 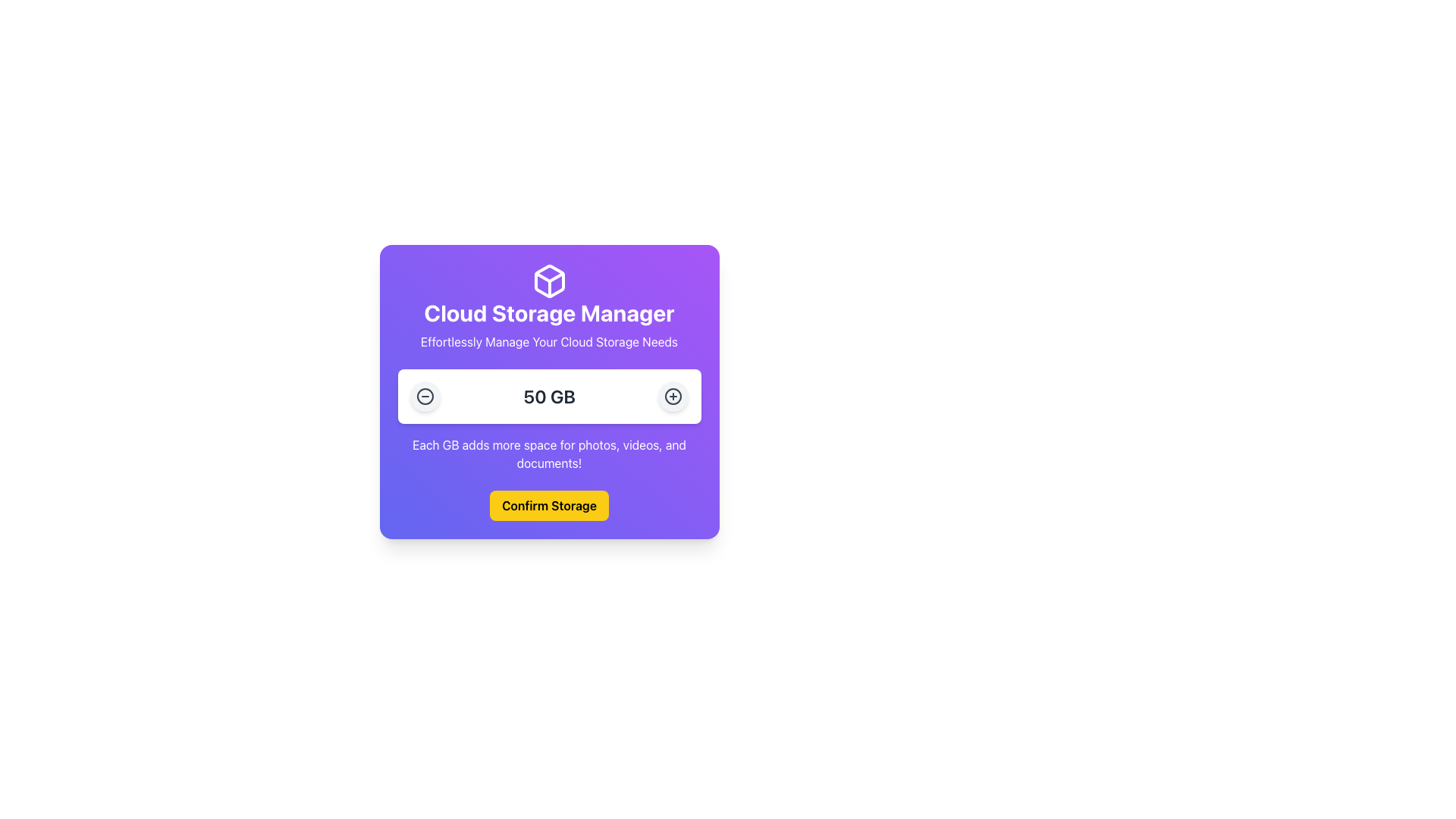 What do you see at coordinates (548, 506) in the screenshot?
I see `the 'Confirm Storage' button, which is centrally positioned at the bottom of a card with a gradient purple background, below the text about adding space for photos, videos, and documents` at bounding box center [548, 506].